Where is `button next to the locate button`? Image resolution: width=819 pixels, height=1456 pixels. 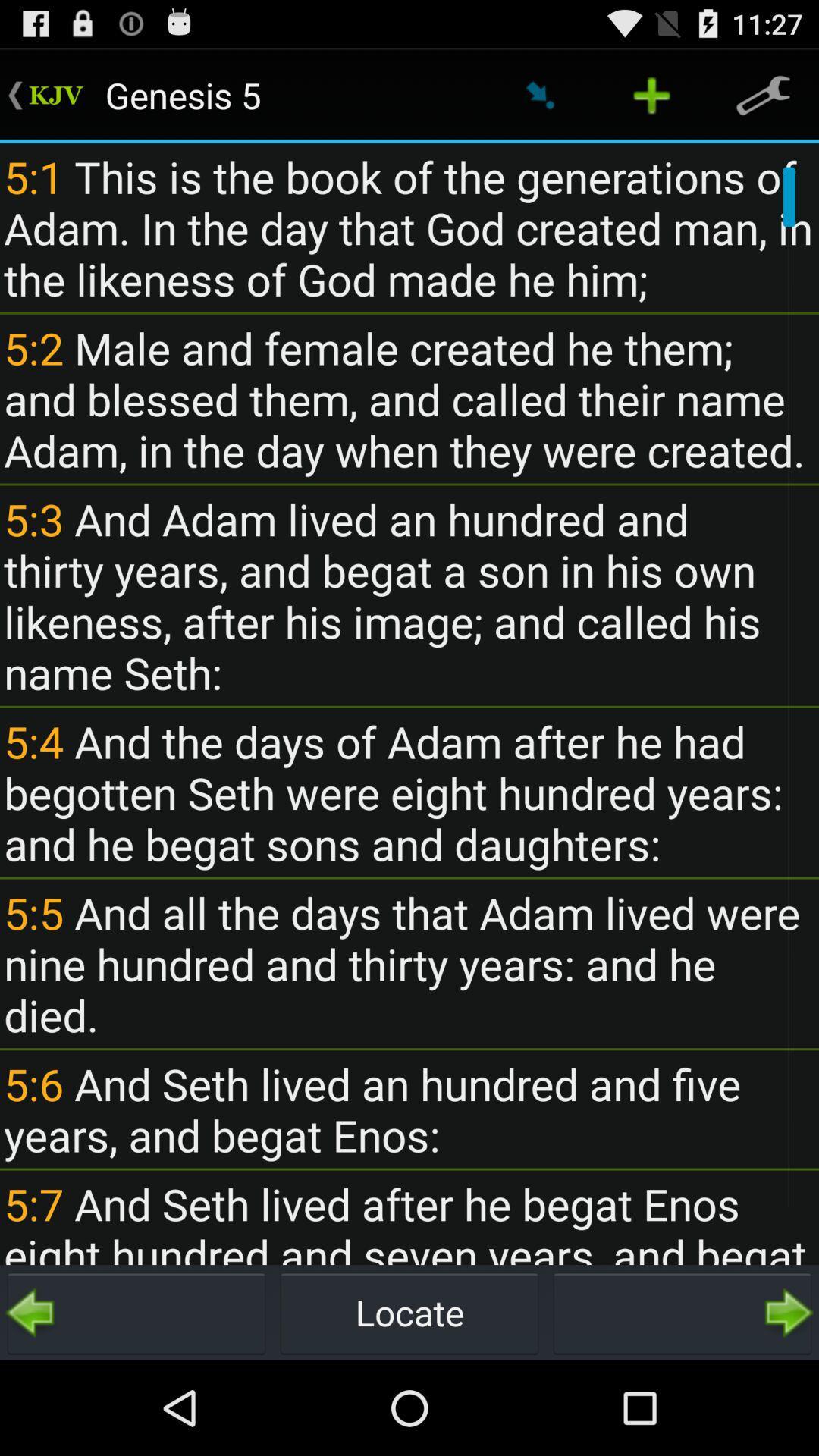
button next to the locate button is located at coordinates (136, 1312).